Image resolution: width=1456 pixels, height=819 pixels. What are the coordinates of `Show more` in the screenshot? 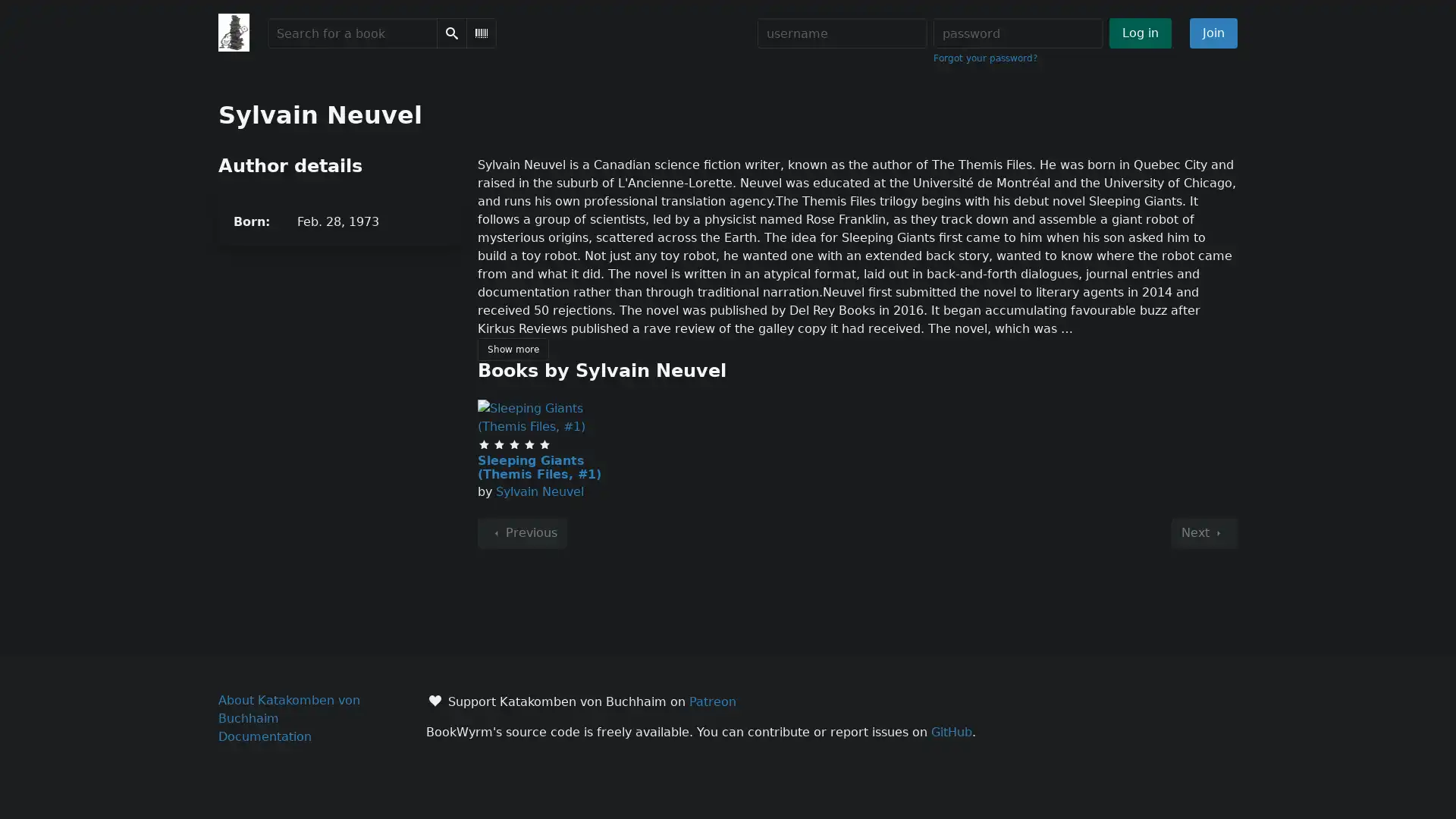 It's located at (513, 350).